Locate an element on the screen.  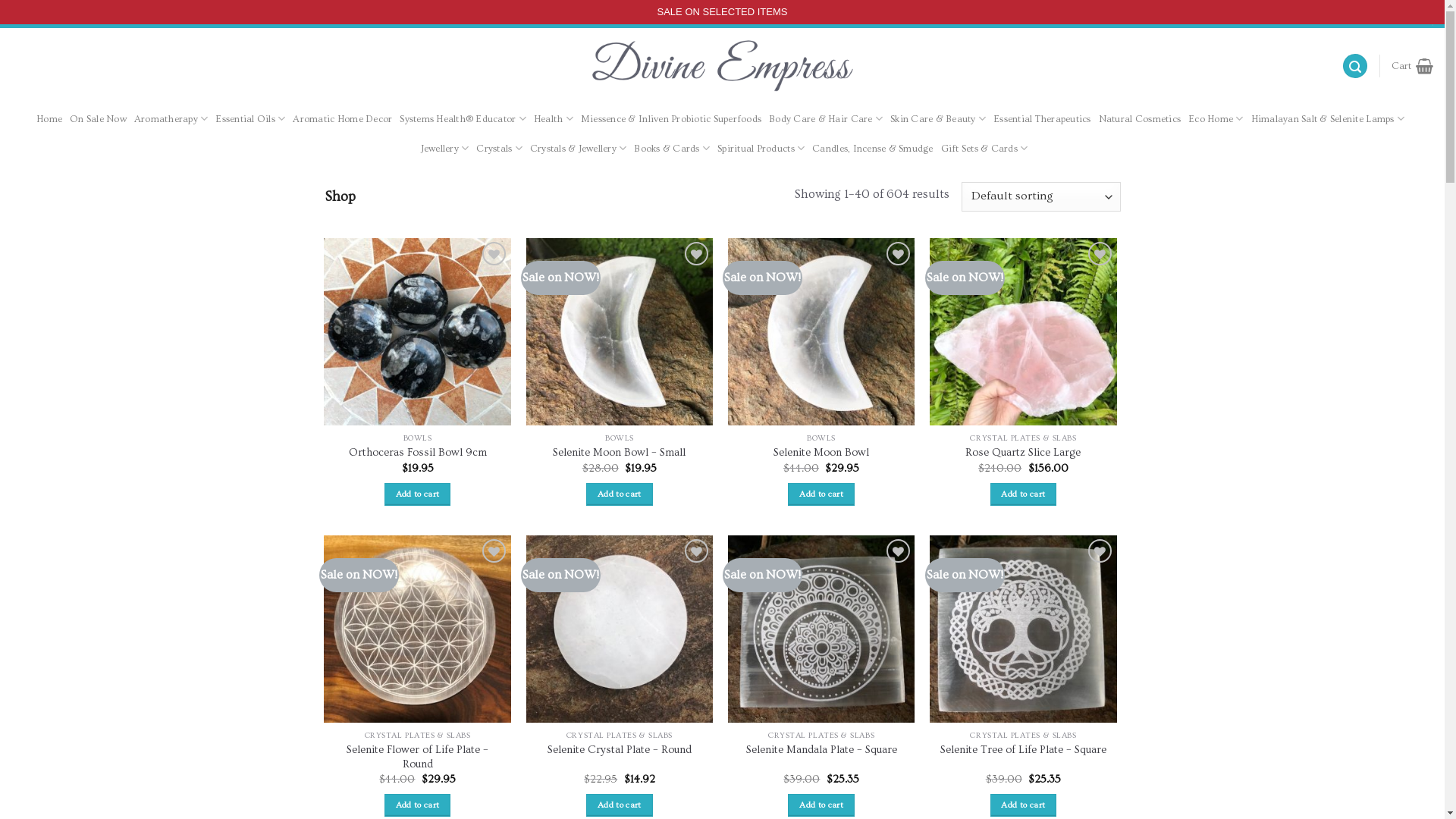
'Eco Home' is located at coordinates (1216, 118).